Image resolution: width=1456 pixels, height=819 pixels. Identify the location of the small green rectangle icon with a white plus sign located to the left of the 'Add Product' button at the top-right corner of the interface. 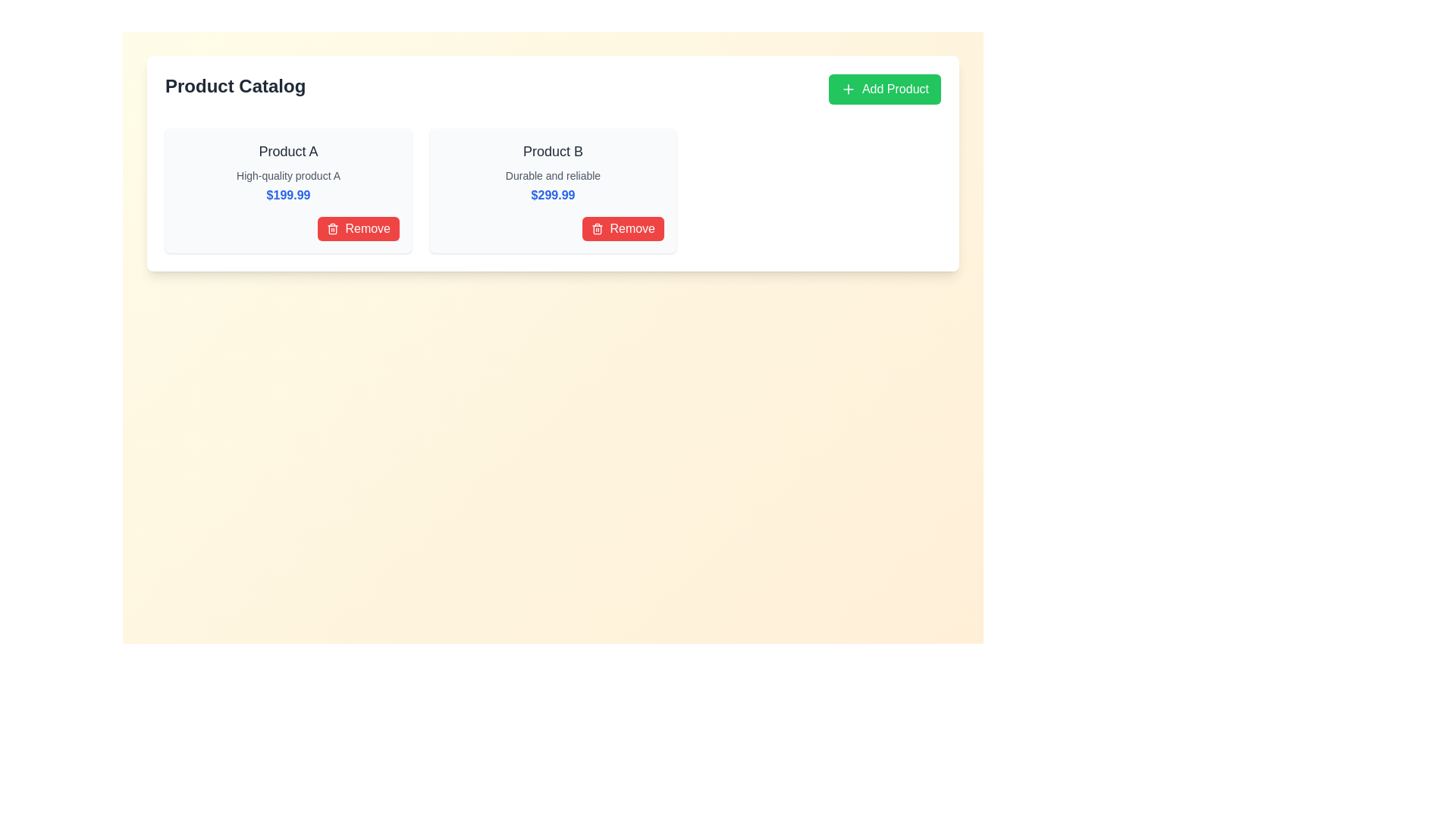
(847, 89).